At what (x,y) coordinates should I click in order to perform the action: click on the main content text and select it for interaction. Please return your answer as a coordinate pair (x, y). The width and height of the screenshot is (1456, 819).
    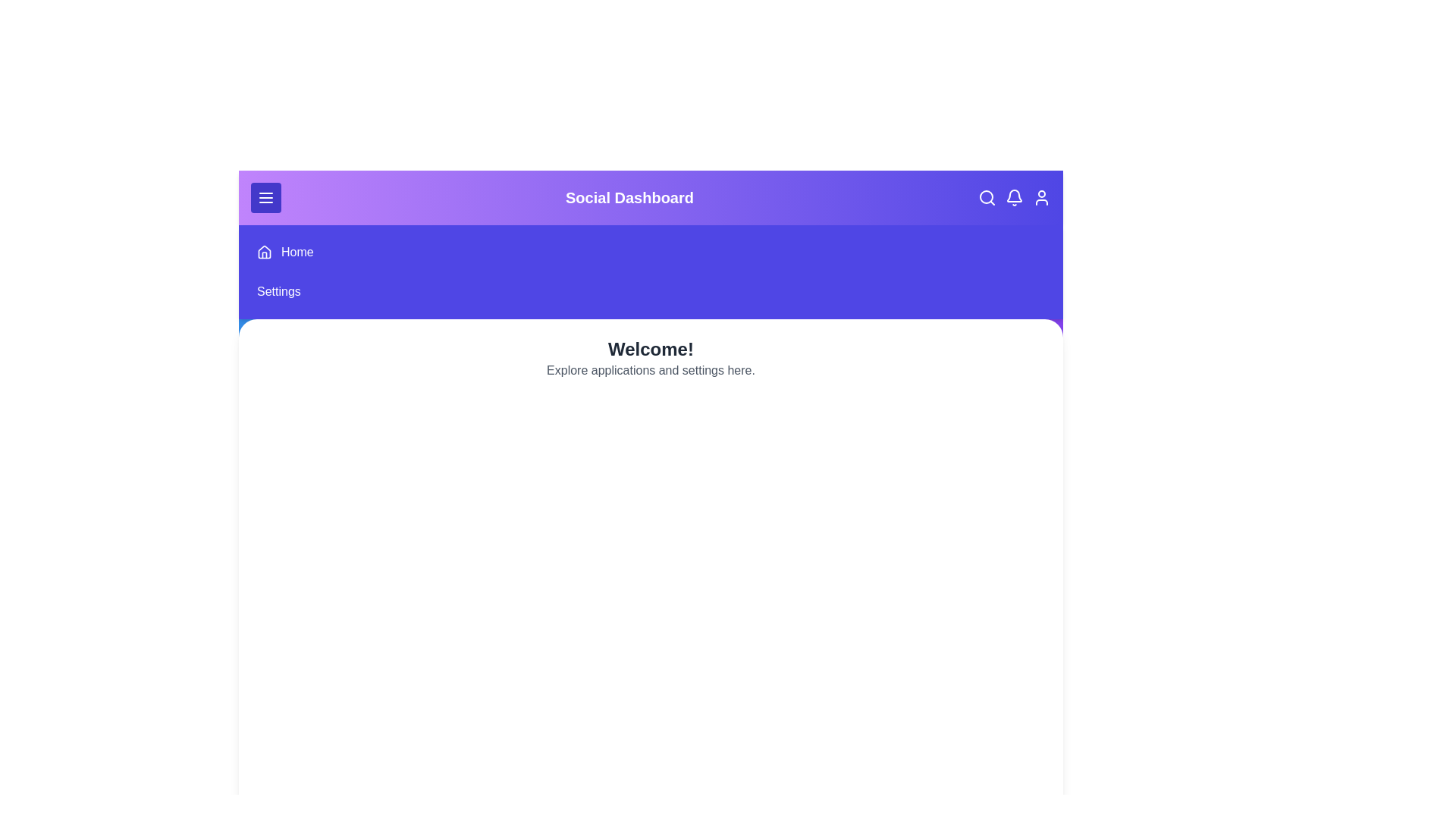
    Looking at the image, I should click on (651, 350).